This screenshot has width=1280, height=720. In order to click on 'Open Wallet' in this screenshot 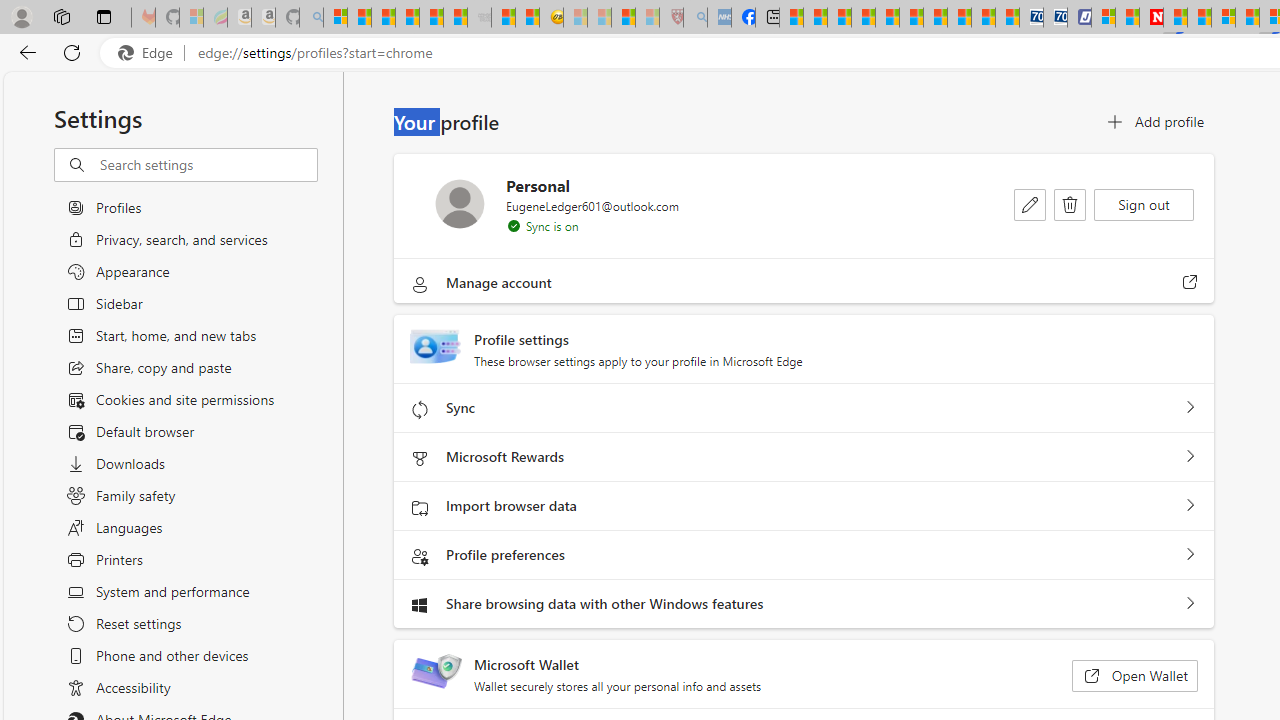, I will do `click(1134, 675)`.